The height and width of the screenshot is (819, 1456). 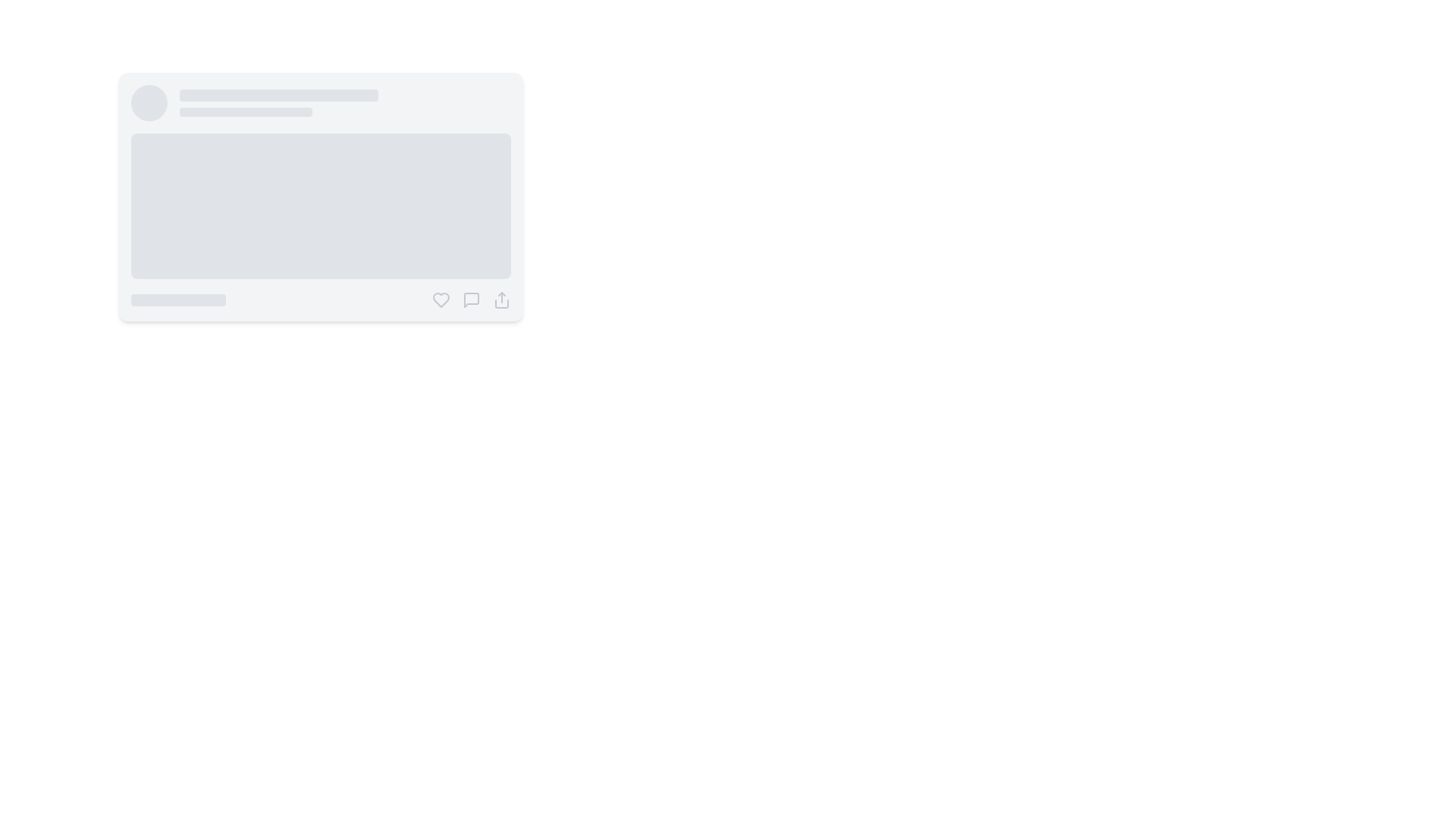 What do you see at coordinates (440, 300) in the screenshot?
I see `the heart icon, which is the leftmost icon in a horizontal row of interactive symbols located at the bottom-right corner of a content card, to signify a 'like' or 'favorite' action` at bounding box center [440, 300].